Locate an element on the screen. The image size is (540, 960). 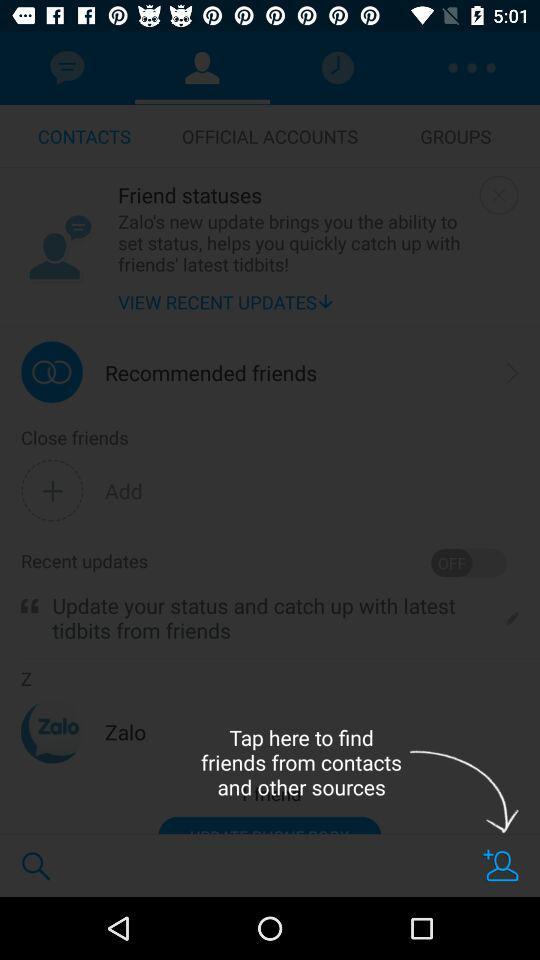
icon next to the official accounts icon is located at coordinates (455, 135).